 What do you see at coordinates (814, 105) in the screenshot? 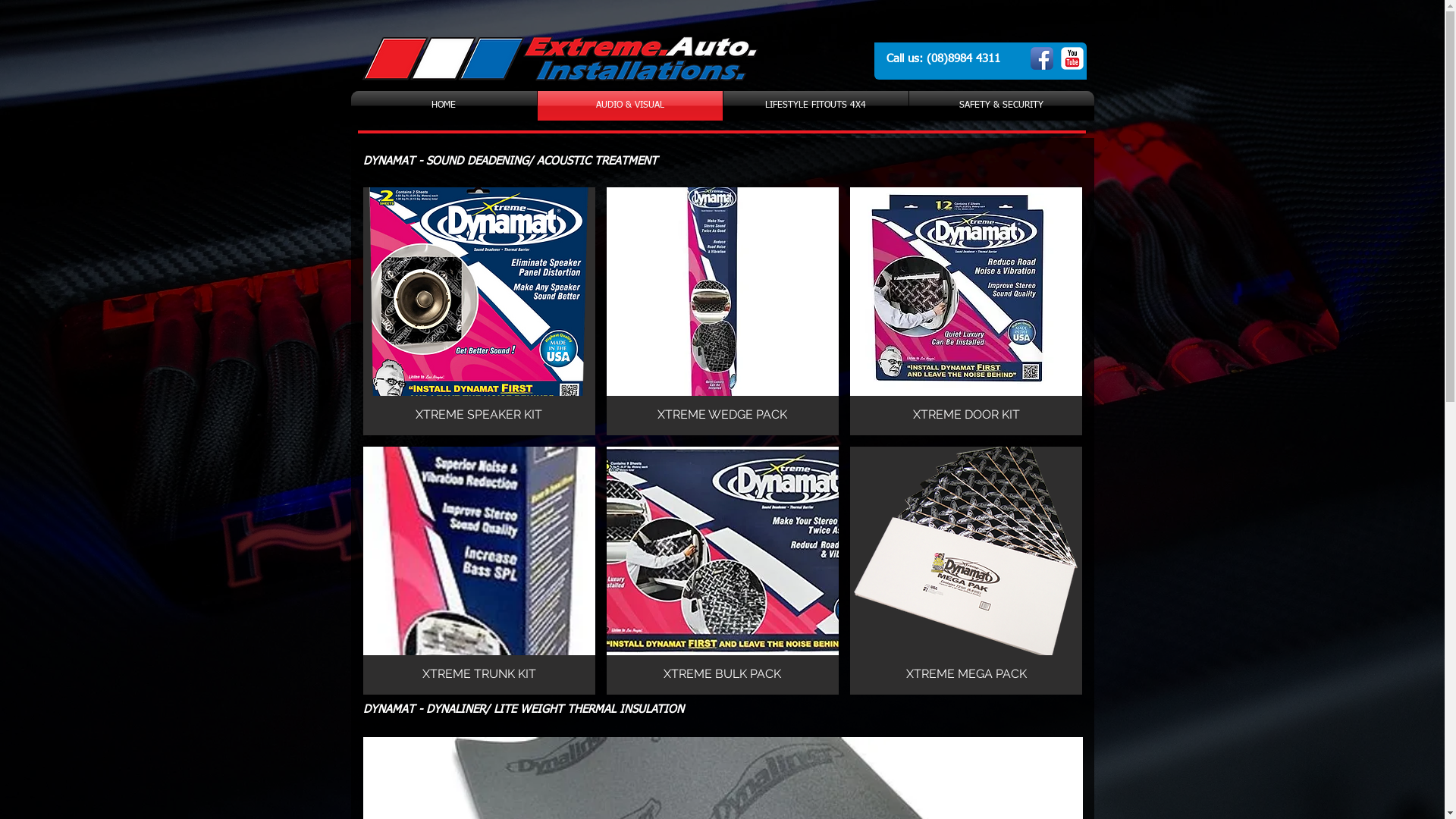
I see `'LIFESTYLE FITOUTS 4X4'` at bounding box center [814, 105].